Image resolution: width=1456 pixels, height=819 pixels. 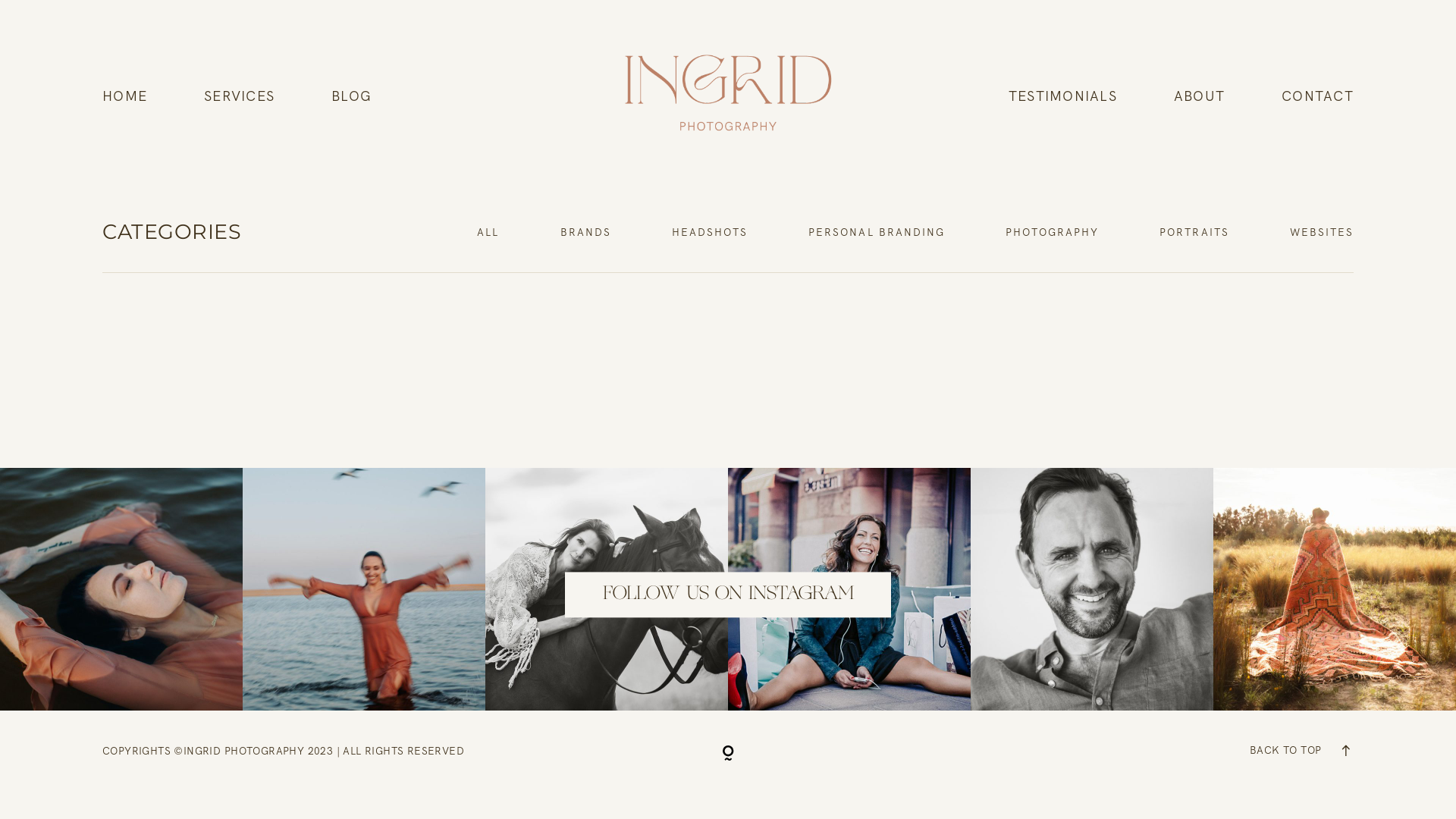 What do you see at coordinates (124, 96) in the screenshot?
I see `'HOME'` at bounding box center [124, 96].